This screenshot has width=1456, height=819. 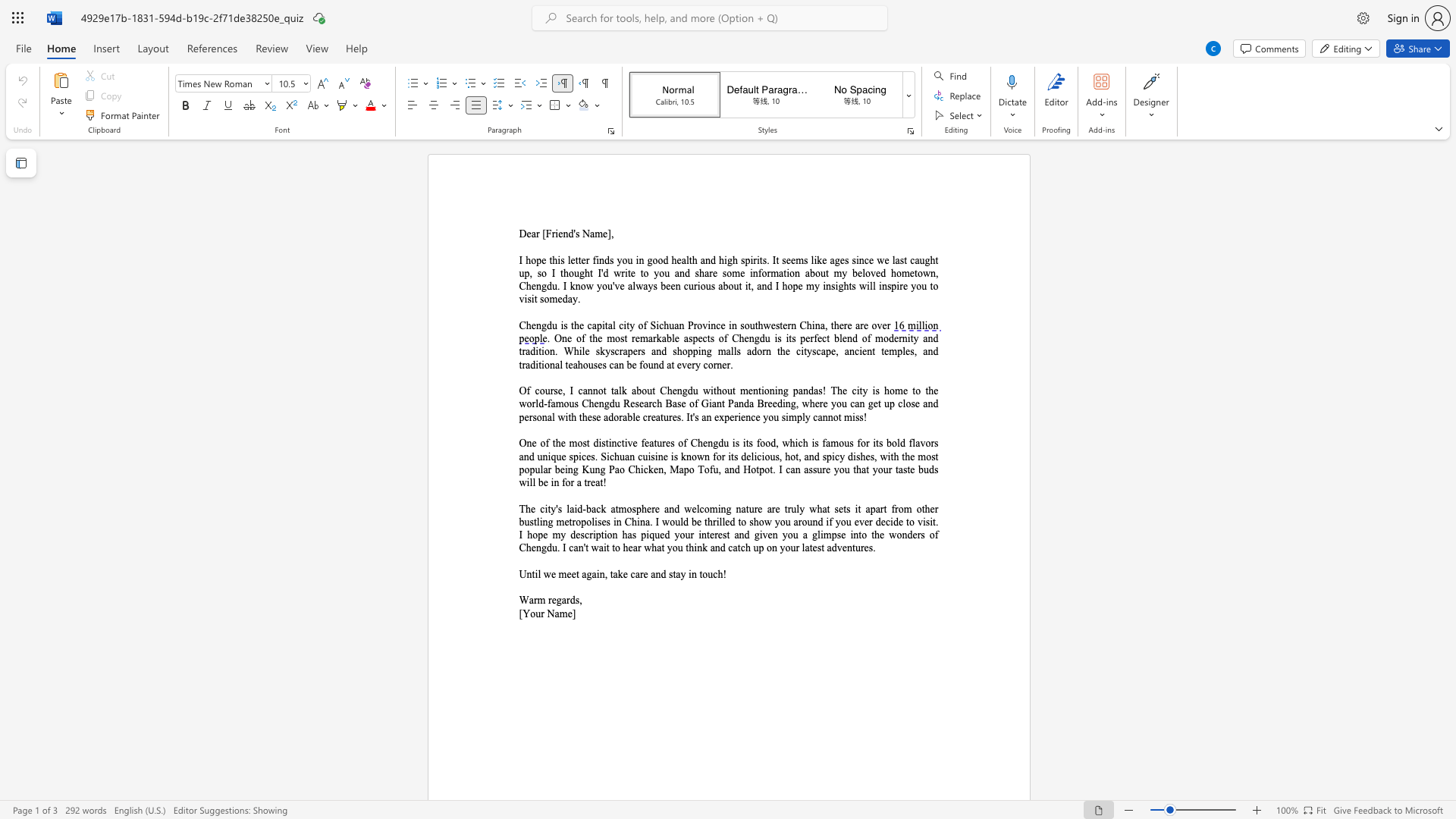 I want to click on the space between the continuous character "x" and "p" in the text, so click(x=723, y=417).